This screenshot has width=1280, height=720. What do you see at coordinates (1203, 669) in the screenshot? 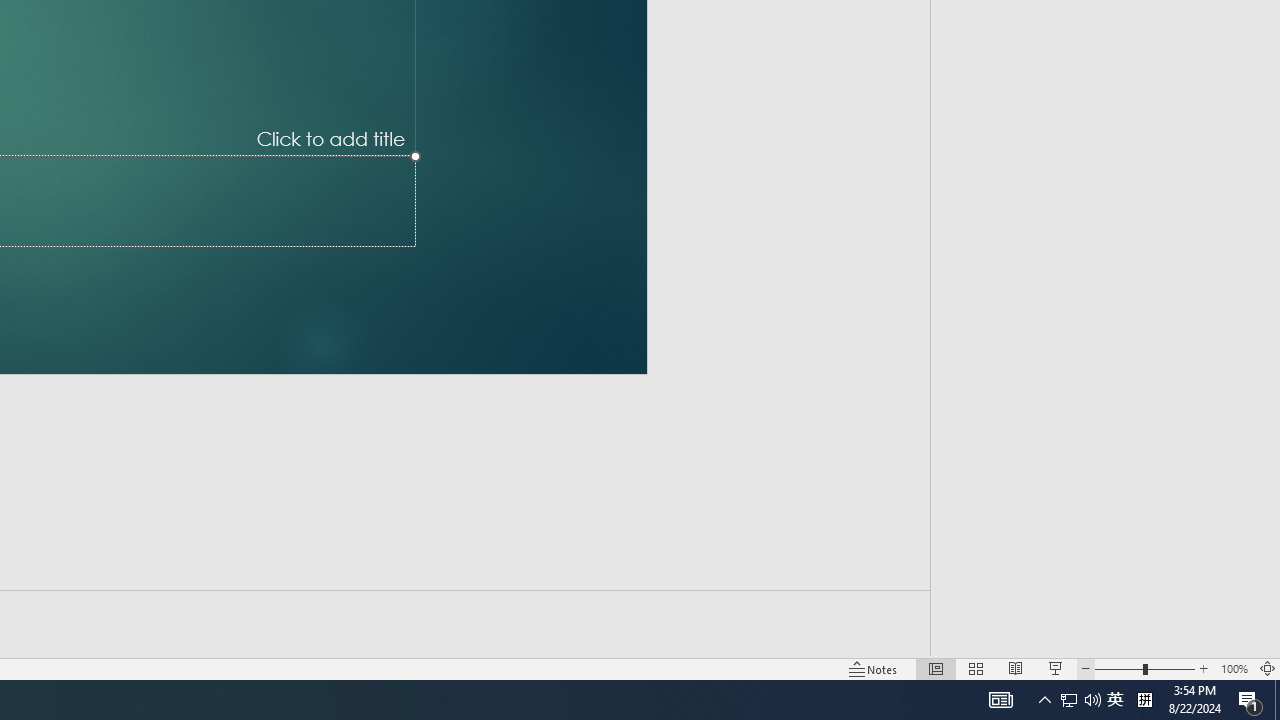
I see `'Zoom In'` at bounding box center [1203, 669].